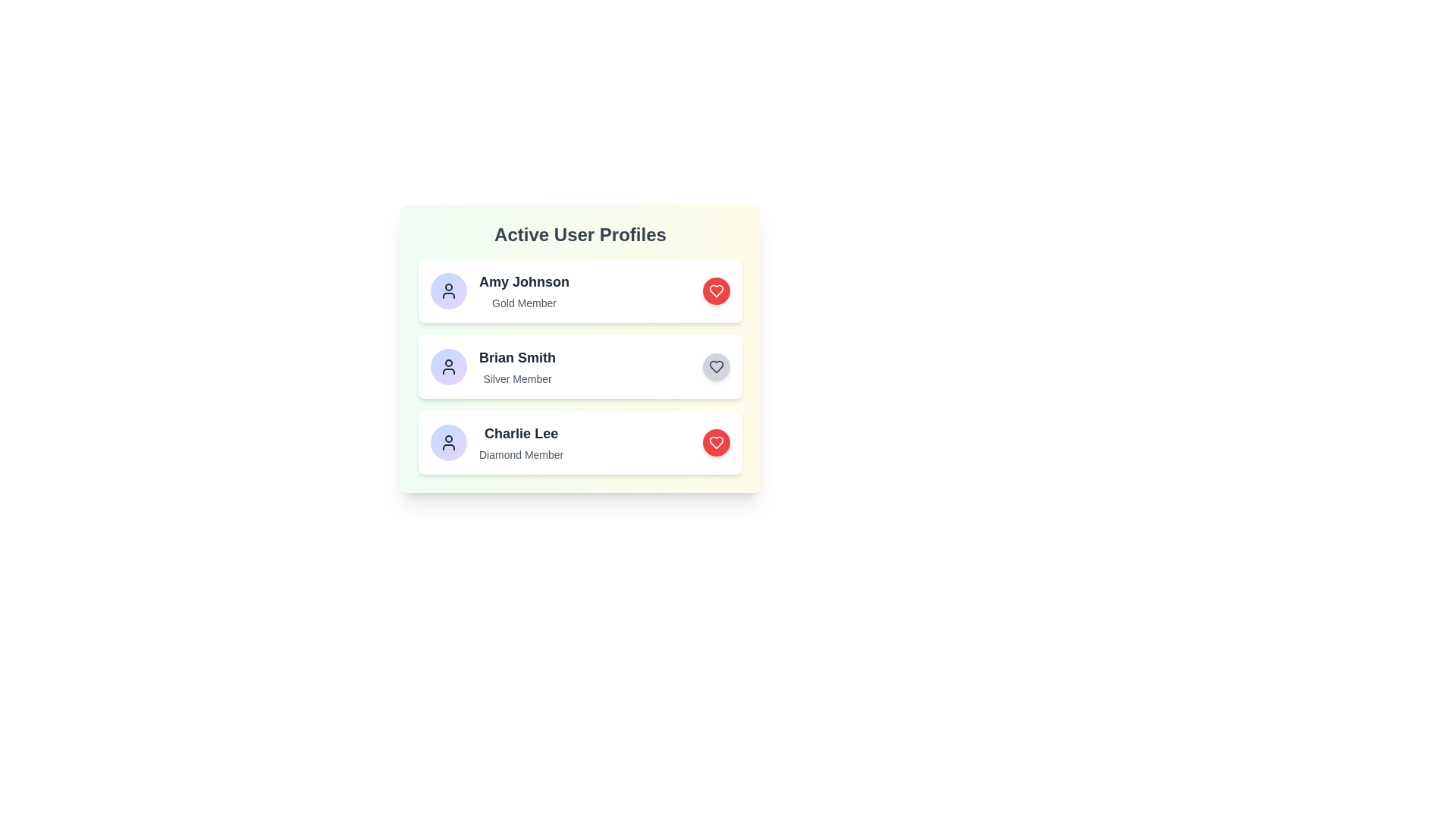 Image resolution: width=1456 pixels, height=819 pixels. What do you see at coordinates (493, 366) in the screenshot?
I see `displayed information from the Profile component showing 'Brian Smith' and 'Silver Member' within a white card beneath 'Amy Johnson' and above 'Charlie Lee'` at bounding box center [493, 366].